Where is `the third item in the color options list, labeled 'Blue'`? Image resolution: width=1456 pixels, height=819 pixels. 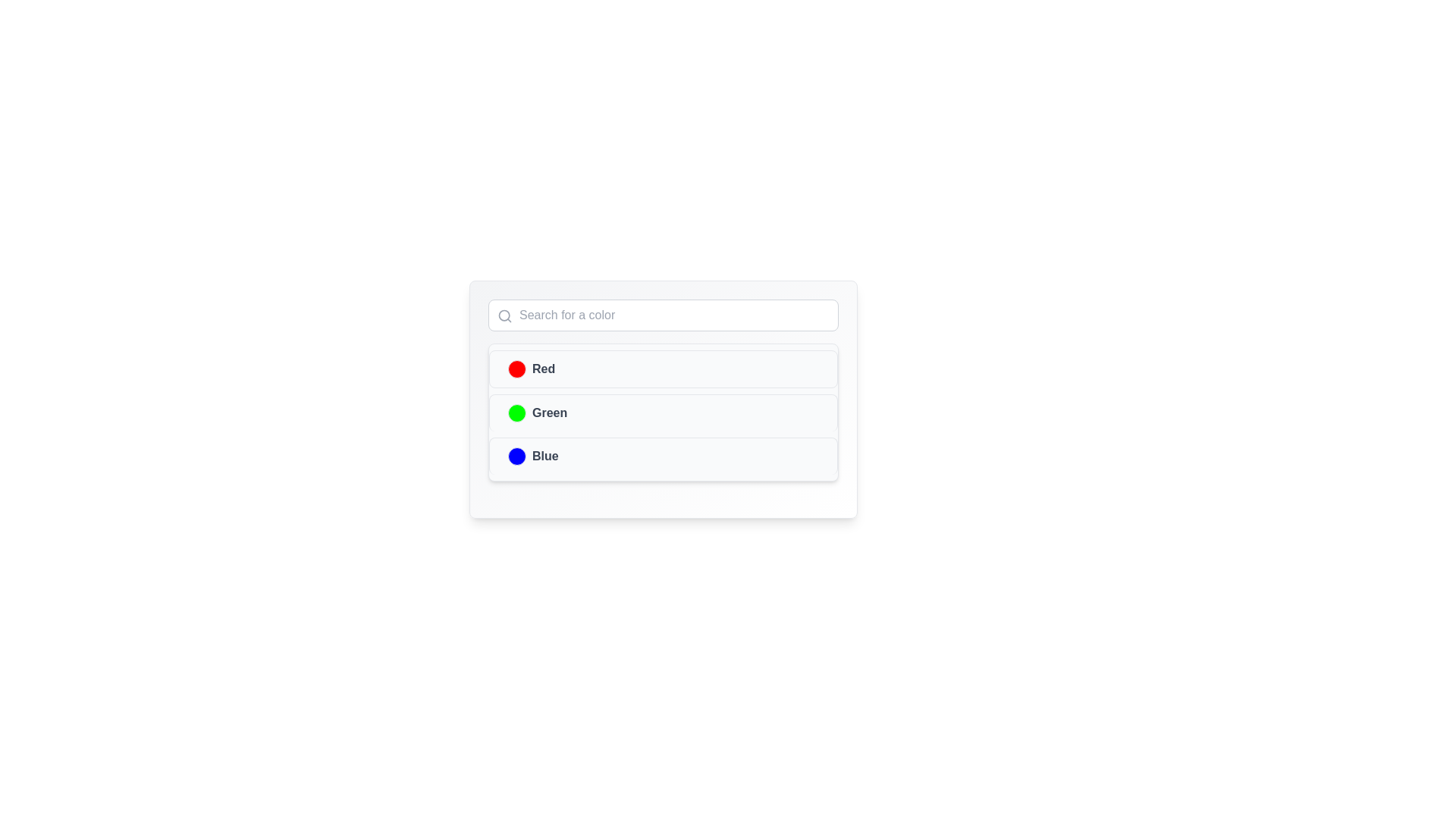 the third item in the color options list, labeled 'Blue' is located at coordinates (663, 455).